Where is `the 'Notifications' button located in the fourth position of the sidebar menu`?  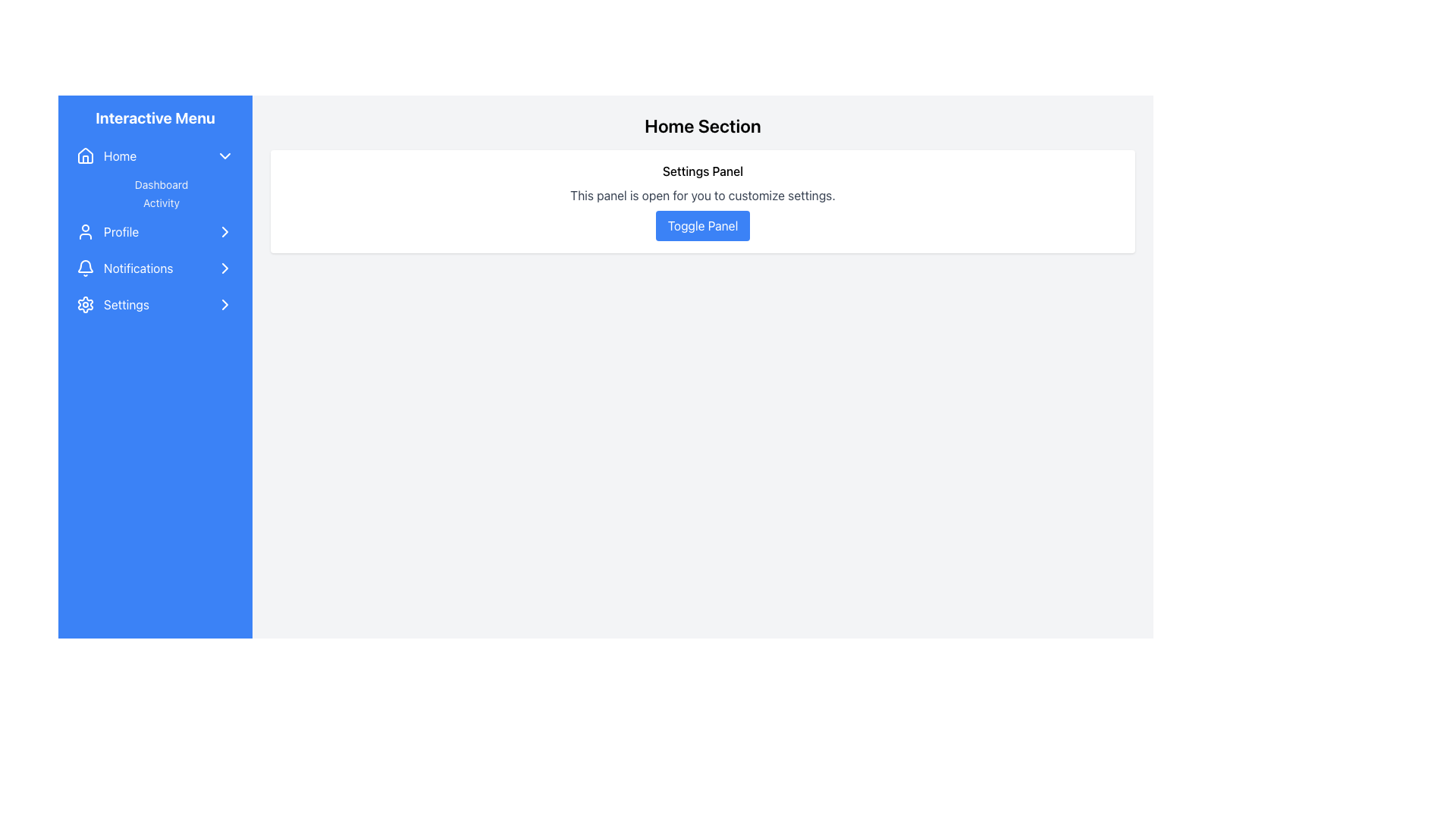
the 'Notifications' button located in the fourth position of the sidebar menu is located at coordinates (155, 268).